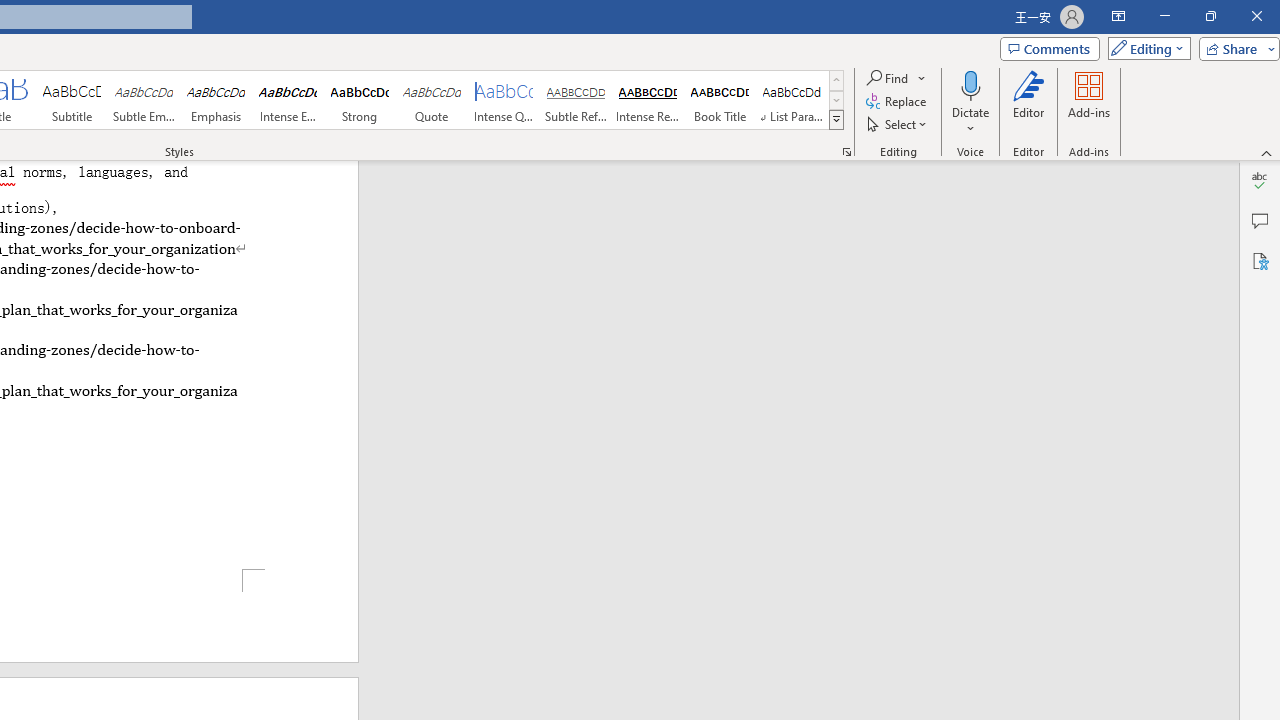 Image resolution: width=1280 pixels, height=720 pixels. Describe the element at coordinates (647, 100) in the screenshot. I see `'Intense Reference'` at that location.